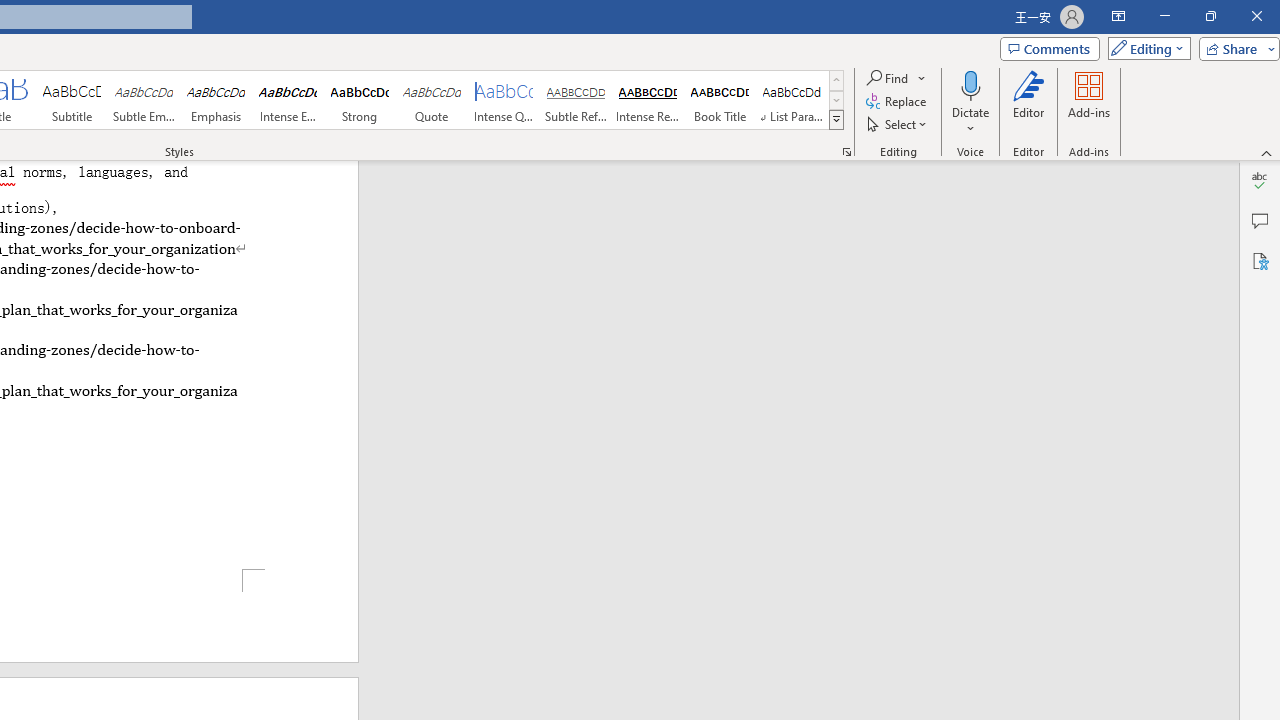 Image resolution: width=1280 pixels, height=720 pixels. Describe the element at coordinates (647, 100) in the screenshot. I see `'Intense Reference'` at that location.